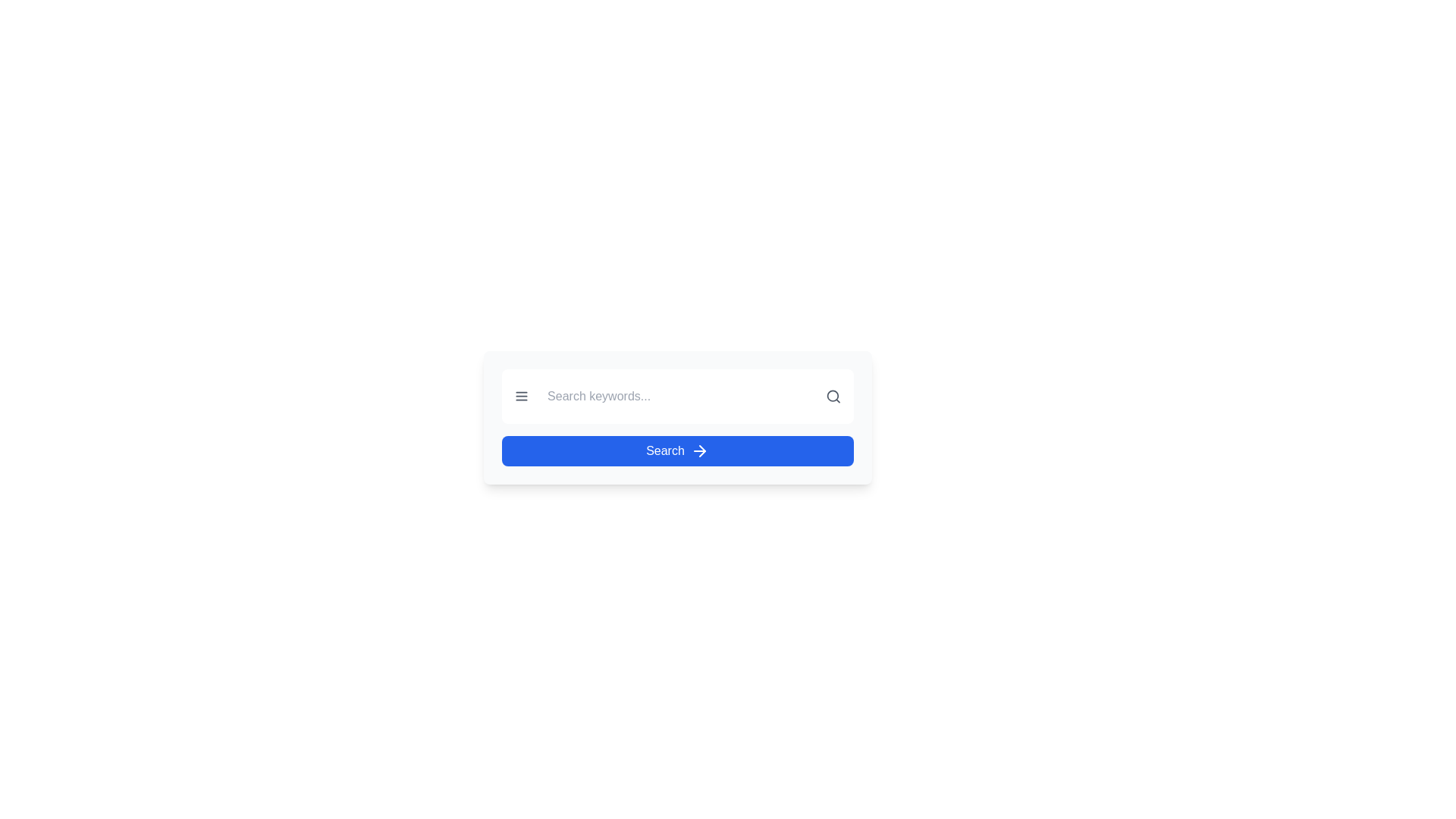  What do you see at coordinates (832, 395) in the screenshot?
I see `the Circle graphical component of the magnifying glass icon, which represents search functionality, located to the right of the search input field` at bounding box center [832, 395].